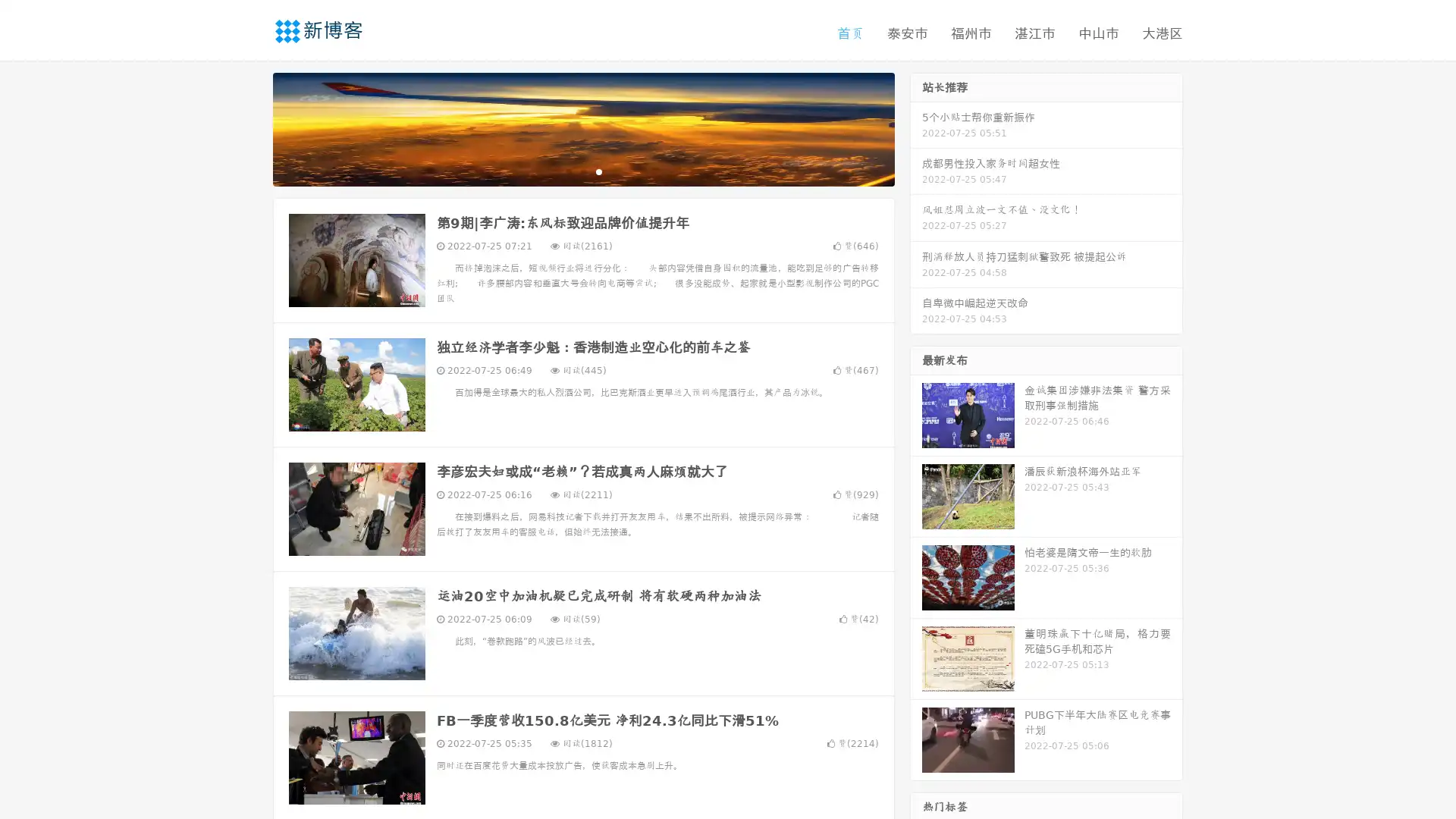 This screenshot has width=1456, height=819. Describe the element at coordinates (250, 127) in the screenshot. I see `Previous slide` at that location.